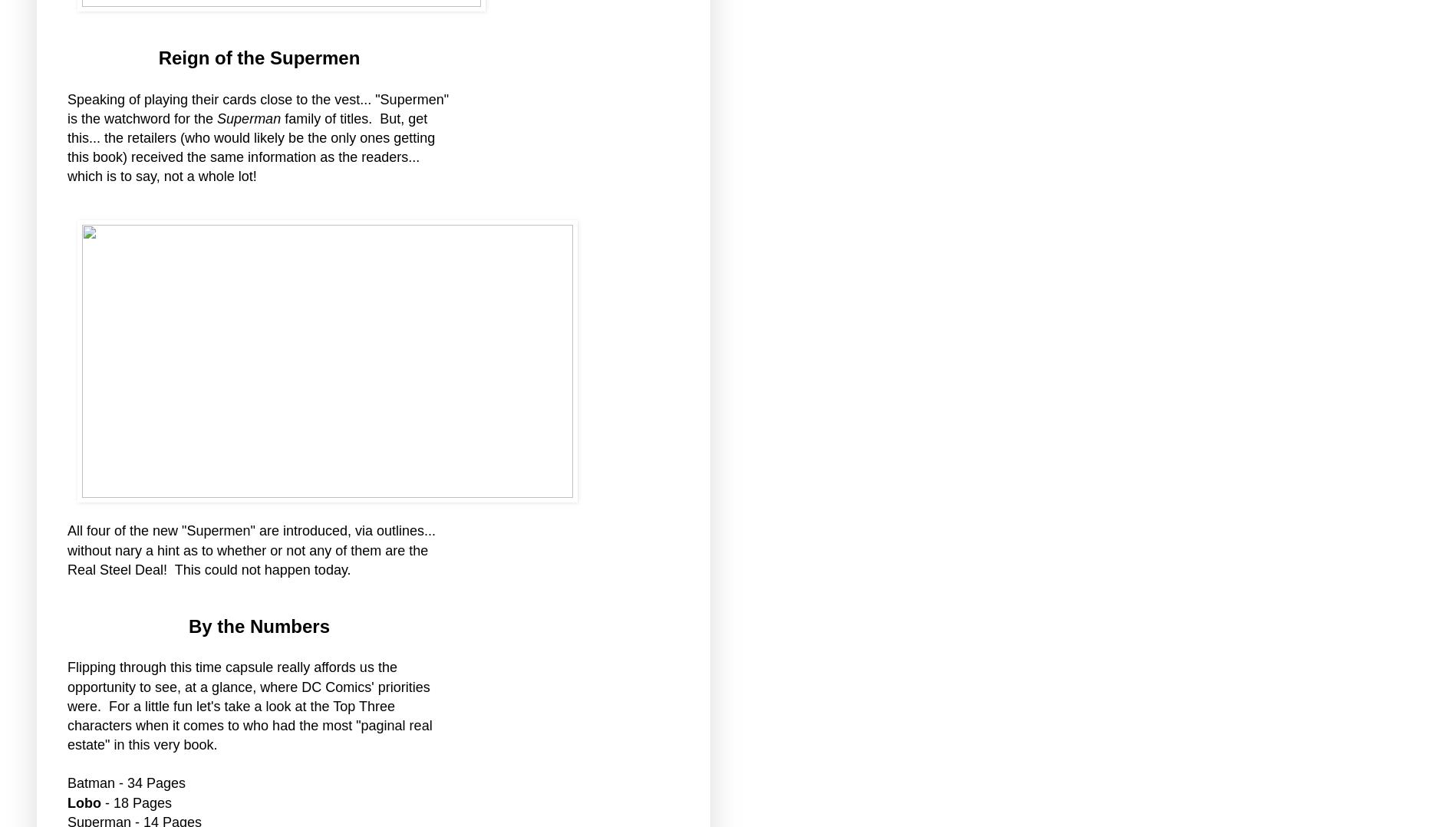  What do you see at coordinates (85, 802) in the screenshot?
I see `'Lobo'` at bounding box center [85, 802].